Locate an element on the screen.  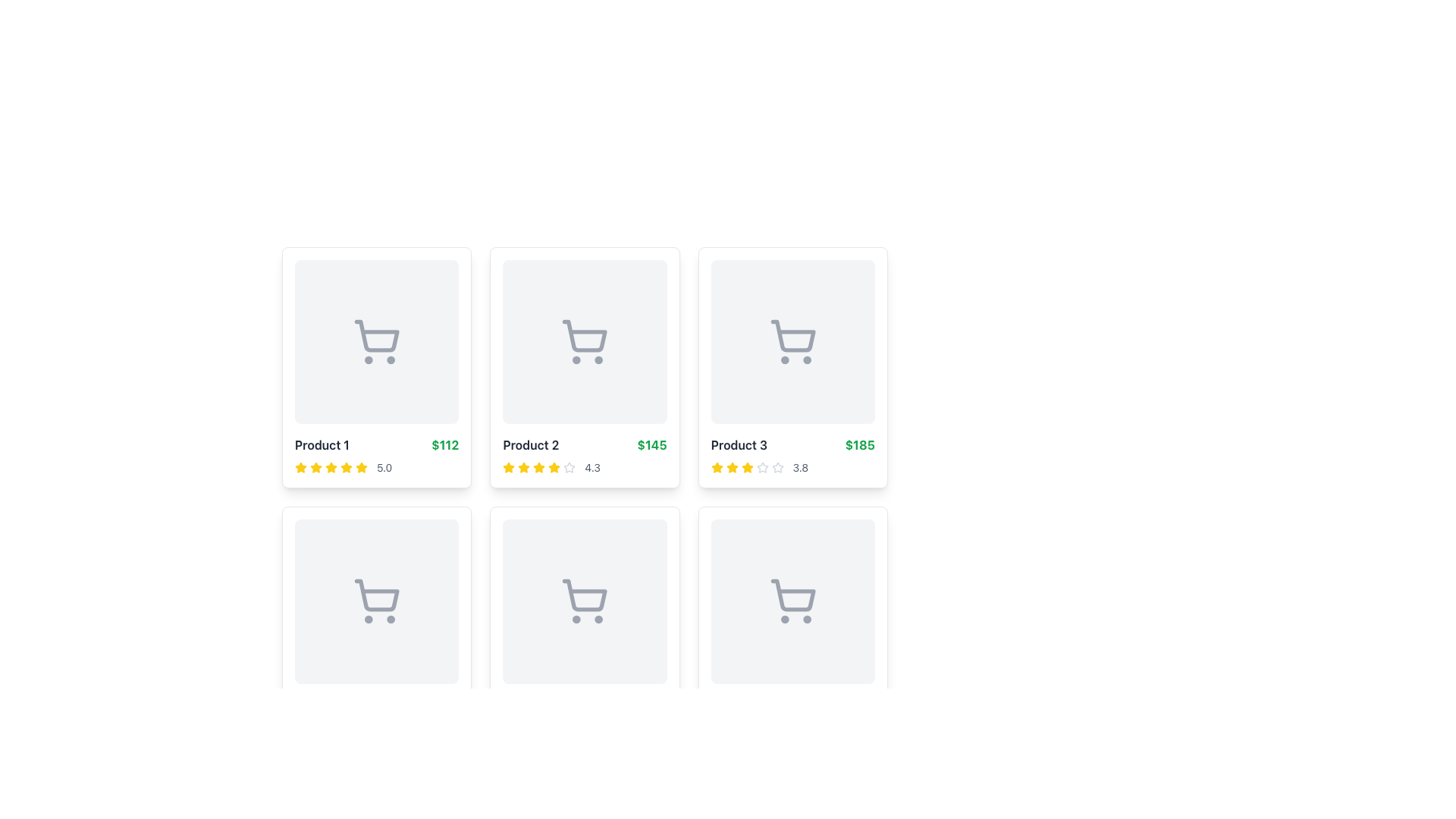
the third star icon in the rating display for 'Product 3', which visually represents its rating value out of five is located at coordinates (732, 467).